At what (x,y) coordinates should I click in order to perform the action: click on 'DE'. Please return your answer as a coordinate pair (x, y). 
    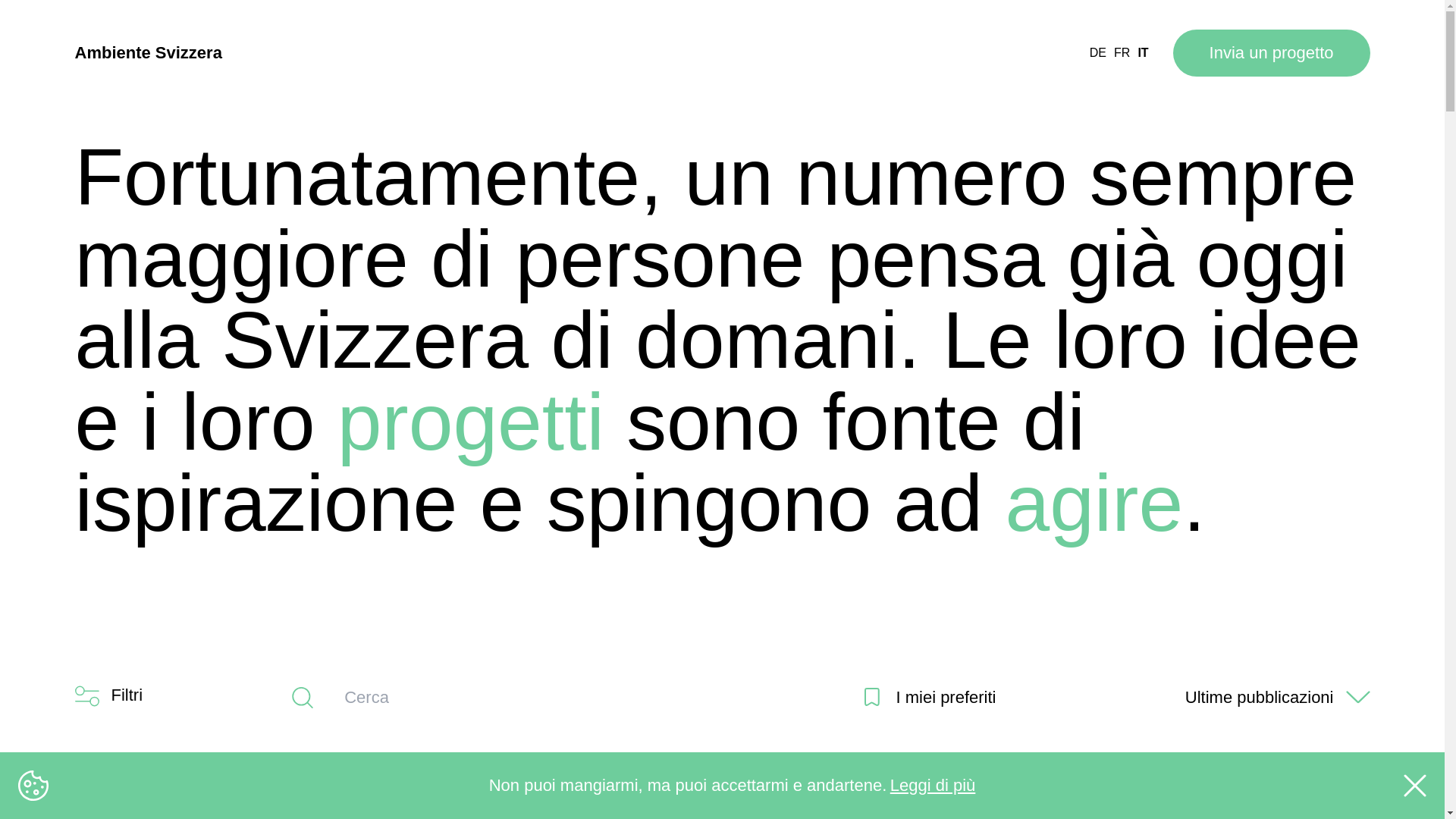
    Looking at the image, I should click on (1098, 52).